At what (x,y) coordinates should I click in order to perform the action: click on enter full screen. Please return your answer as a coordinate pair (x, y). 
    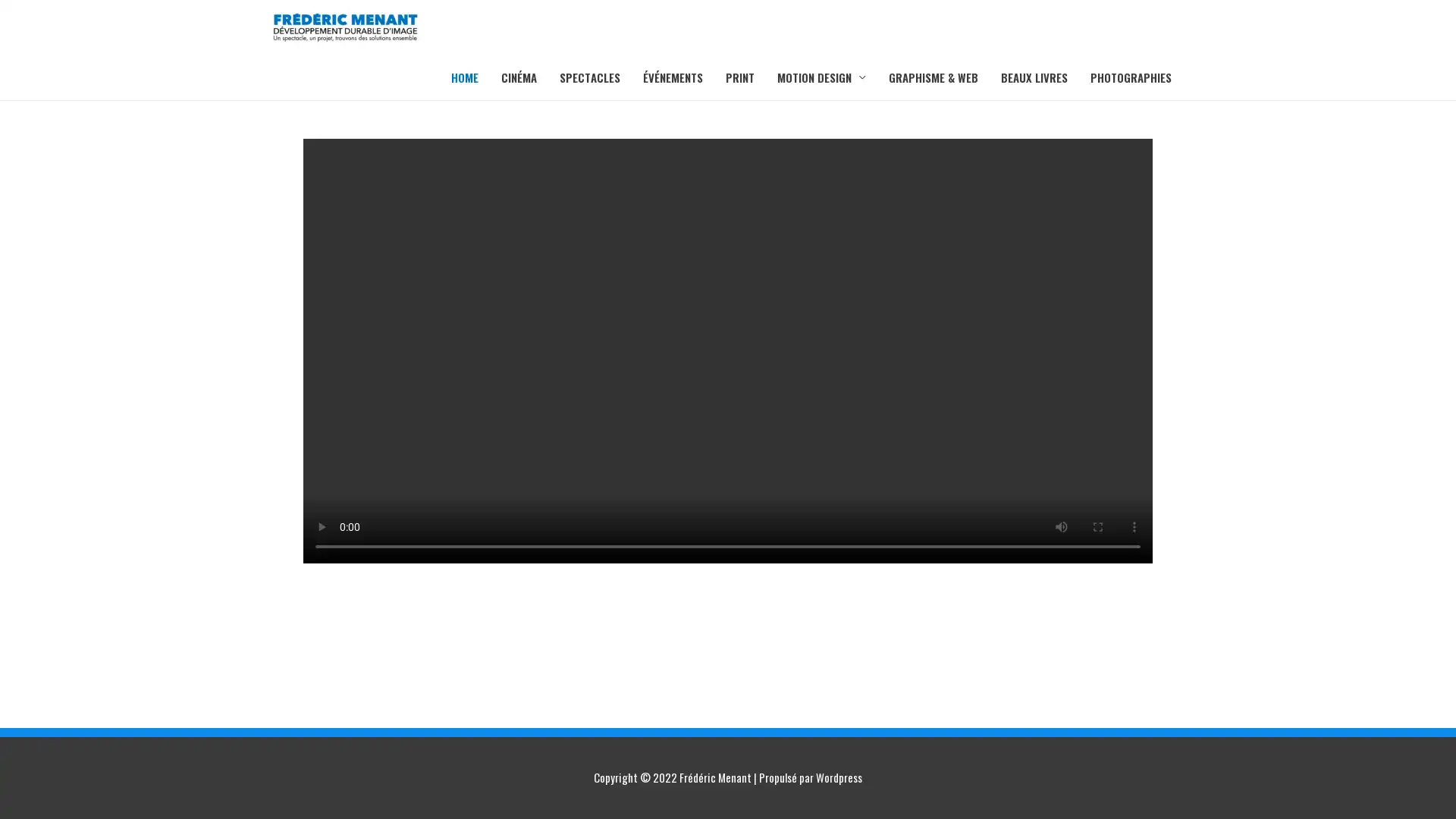
    Looking at the image, I should click on (1098, 526).